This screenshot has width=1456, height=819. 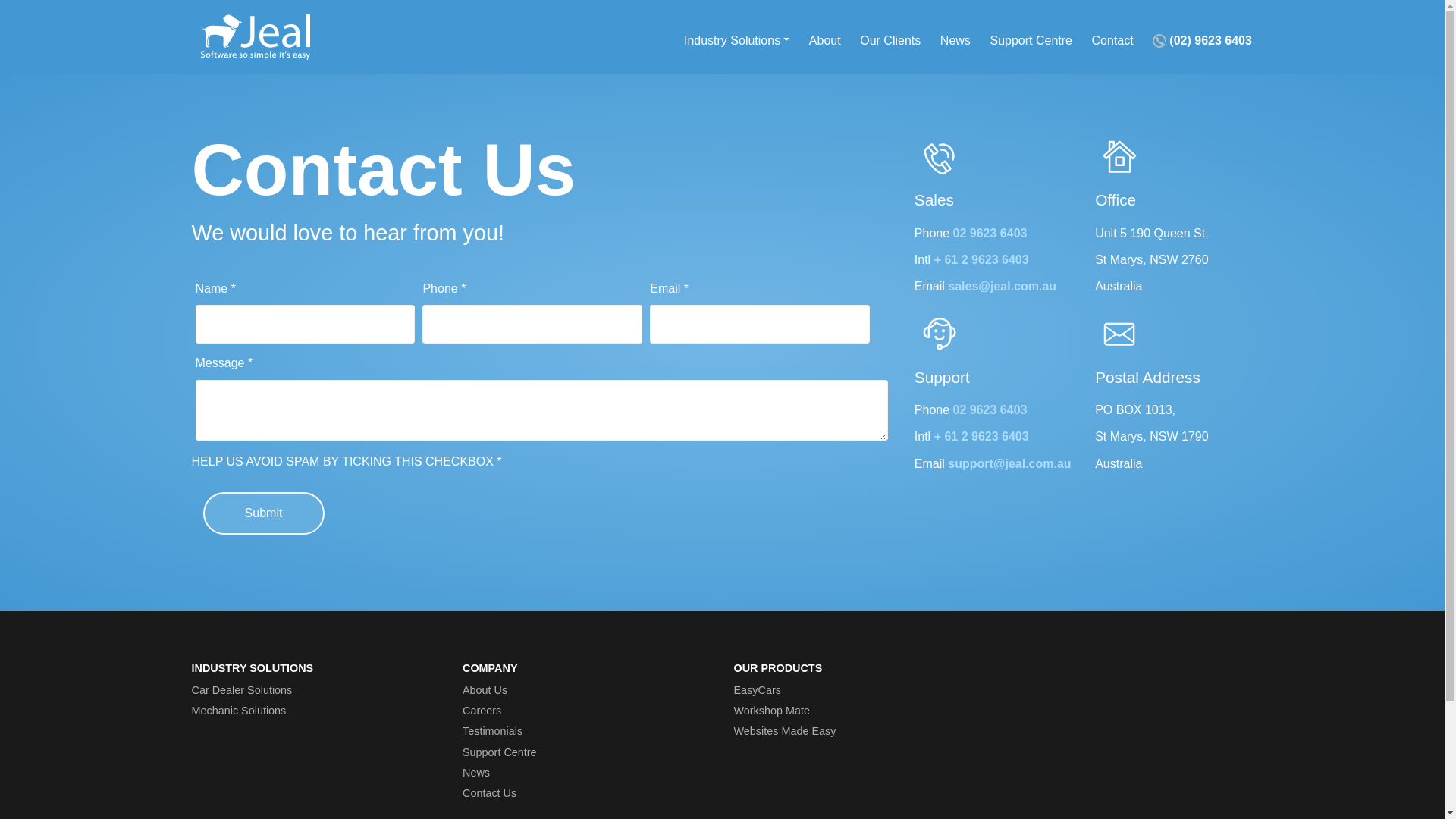 I want to click on 'sales@jeal.com.au', so click(x=946, y=286).